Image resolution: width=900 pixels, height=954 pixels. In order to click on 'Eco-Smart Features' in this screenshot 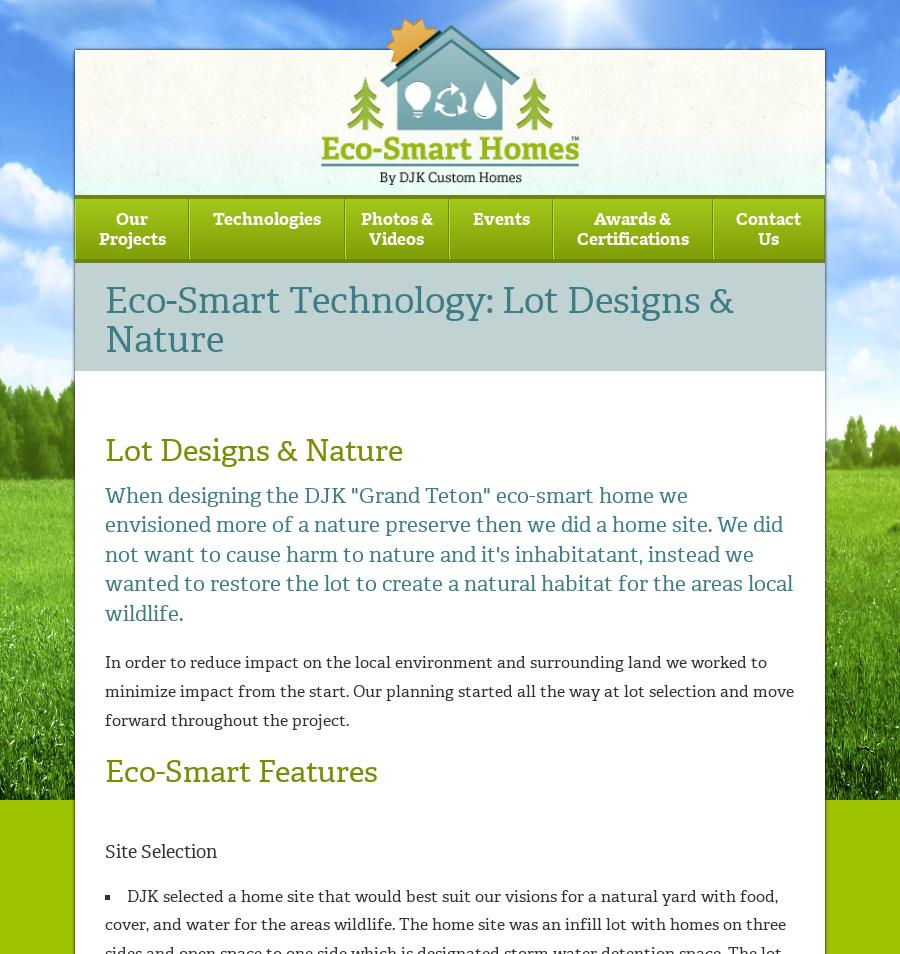, I will do `click(240, 771)`.